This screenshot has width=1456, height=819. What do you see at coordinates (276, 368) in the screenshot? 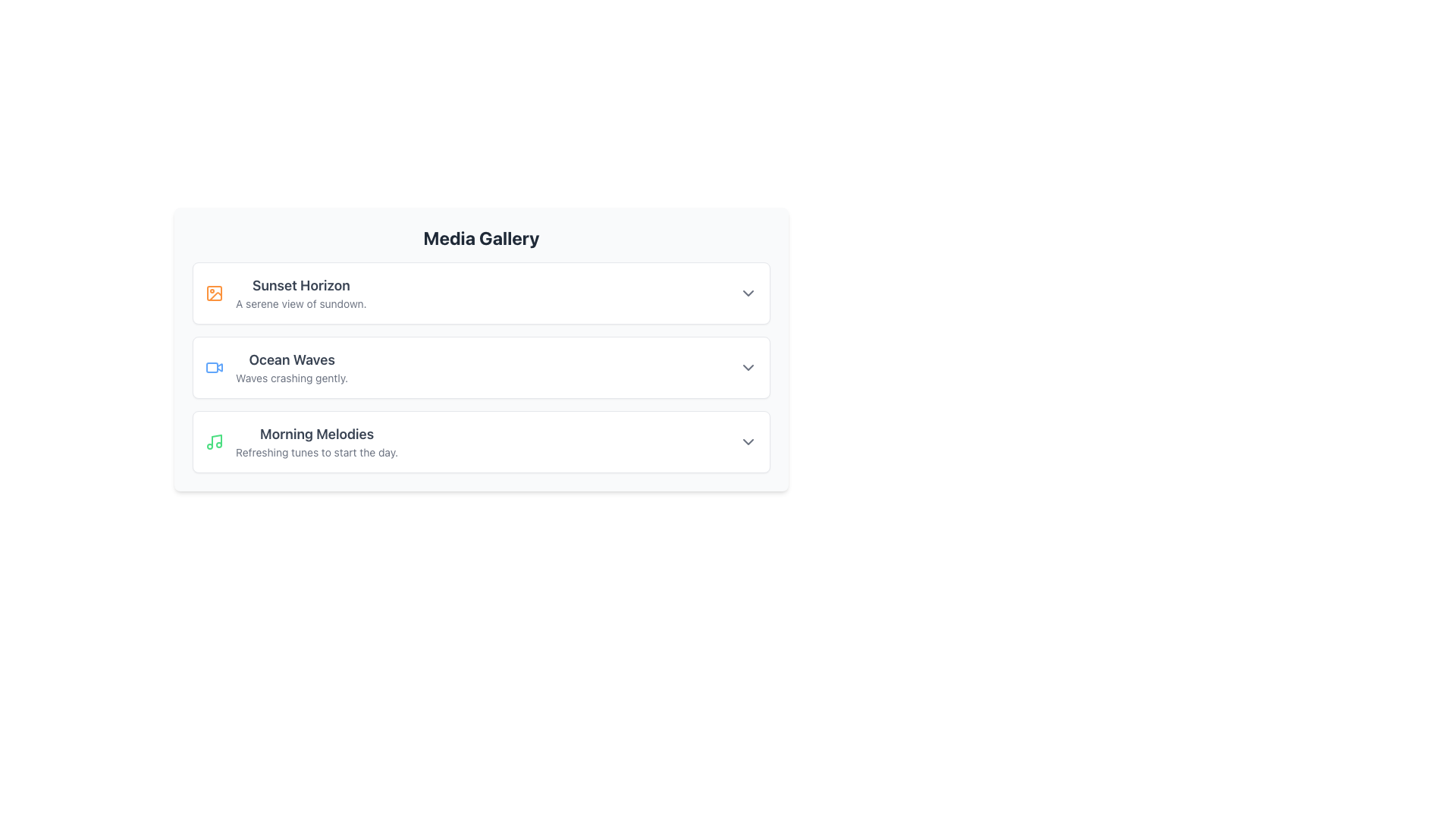
I see `the List Item with the title 'Ocean Waves' and subtitle 'Waves crashing gently.'` at bounding box center [276, 368].